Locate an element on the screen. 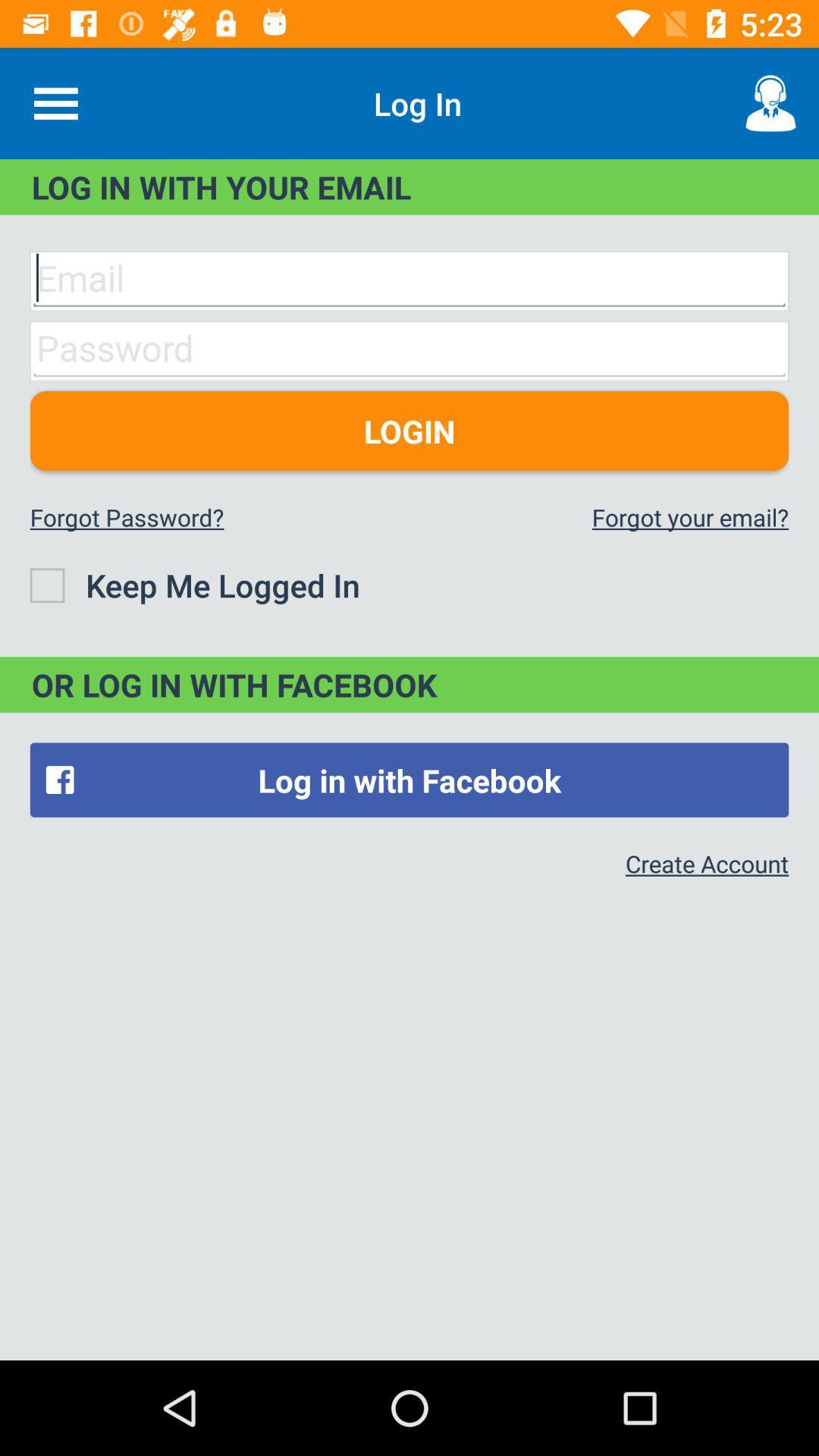 This screenshot has height=1456, width=819. the item next to log in is located at coordinates (771, 102).